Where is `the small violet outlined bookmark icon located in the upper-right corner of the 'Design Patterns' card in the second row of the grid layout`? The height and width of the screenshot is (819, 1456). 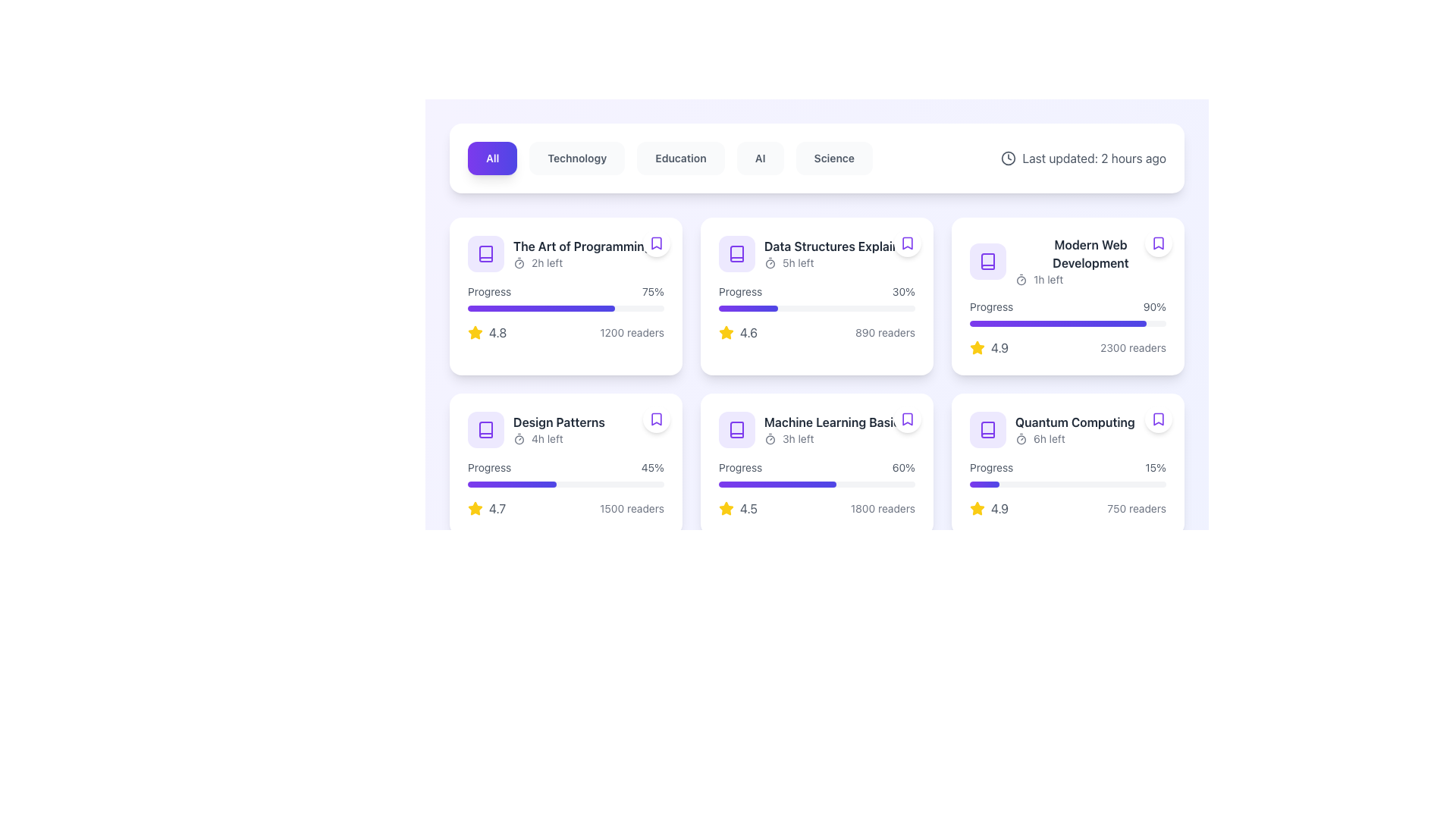
the small violet outlined bookmark icon located in the upper-right corner of the 'Design Patterns' card in the second row of the grid layout is located at coordinates (656, 419).